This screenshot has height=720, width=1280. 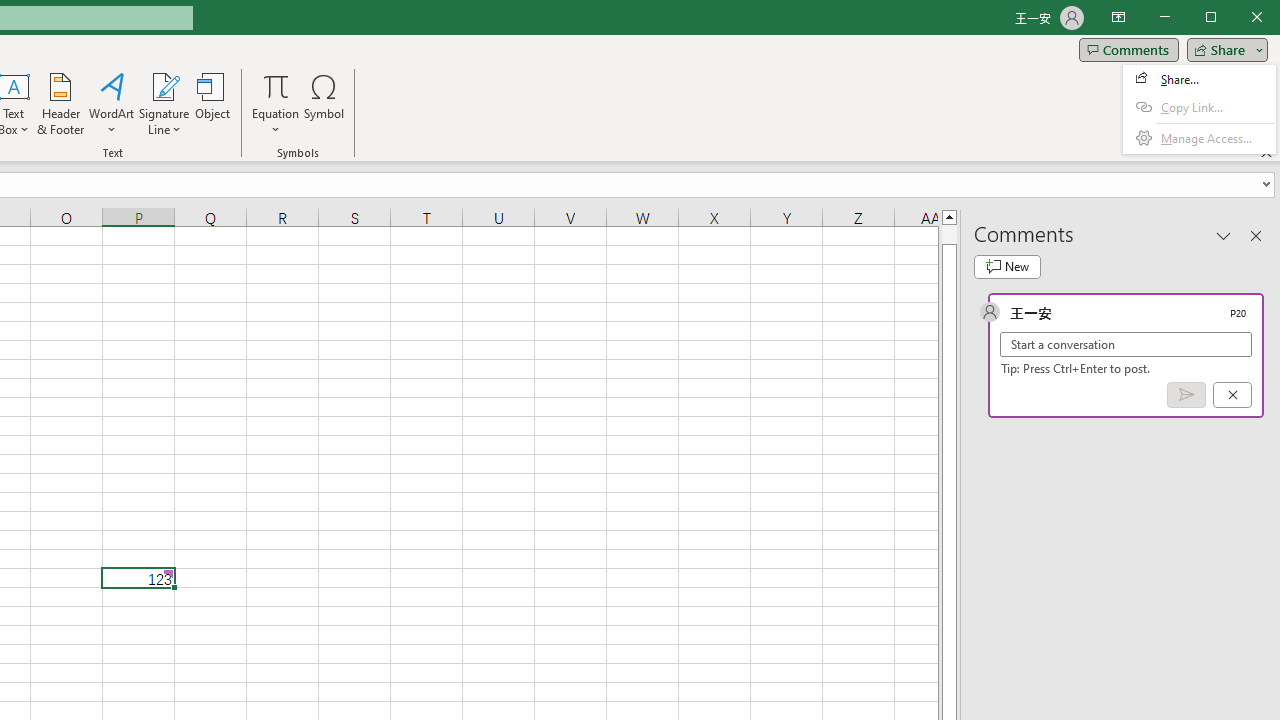 I want to click on 'WordArt', so click(x=111, y=104).